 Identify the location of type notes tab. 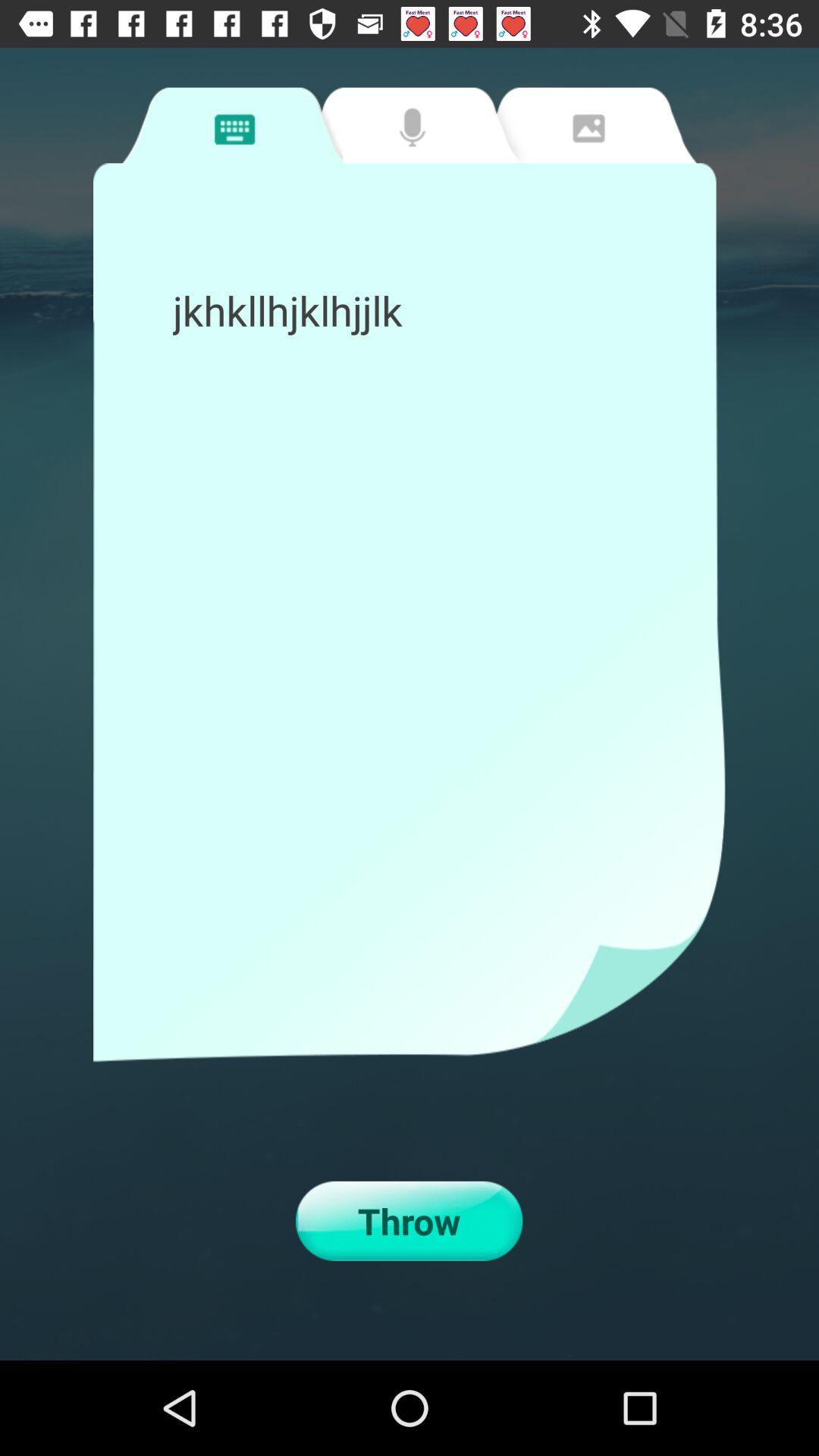
(232, 125).